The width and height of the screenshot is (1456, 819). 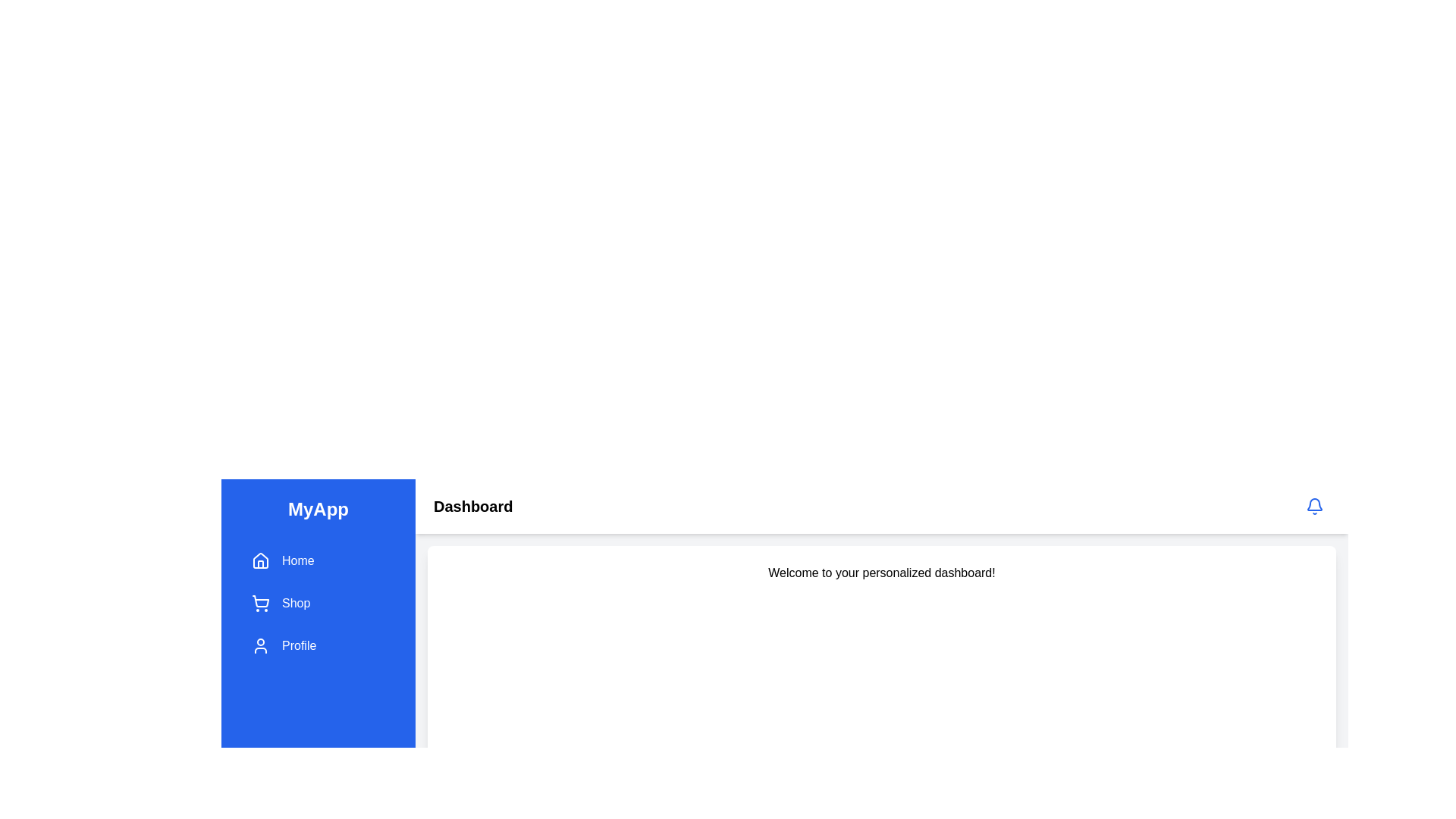 What do you see at coordinates (261, 602) in the screenshot?
I see `the shopping cart icon in the vertical navigation menu, which is styled with a minimalist wireframe design and located below the 'Home' icon and above the 'Profile' icon` at bounding box center [261, 602].